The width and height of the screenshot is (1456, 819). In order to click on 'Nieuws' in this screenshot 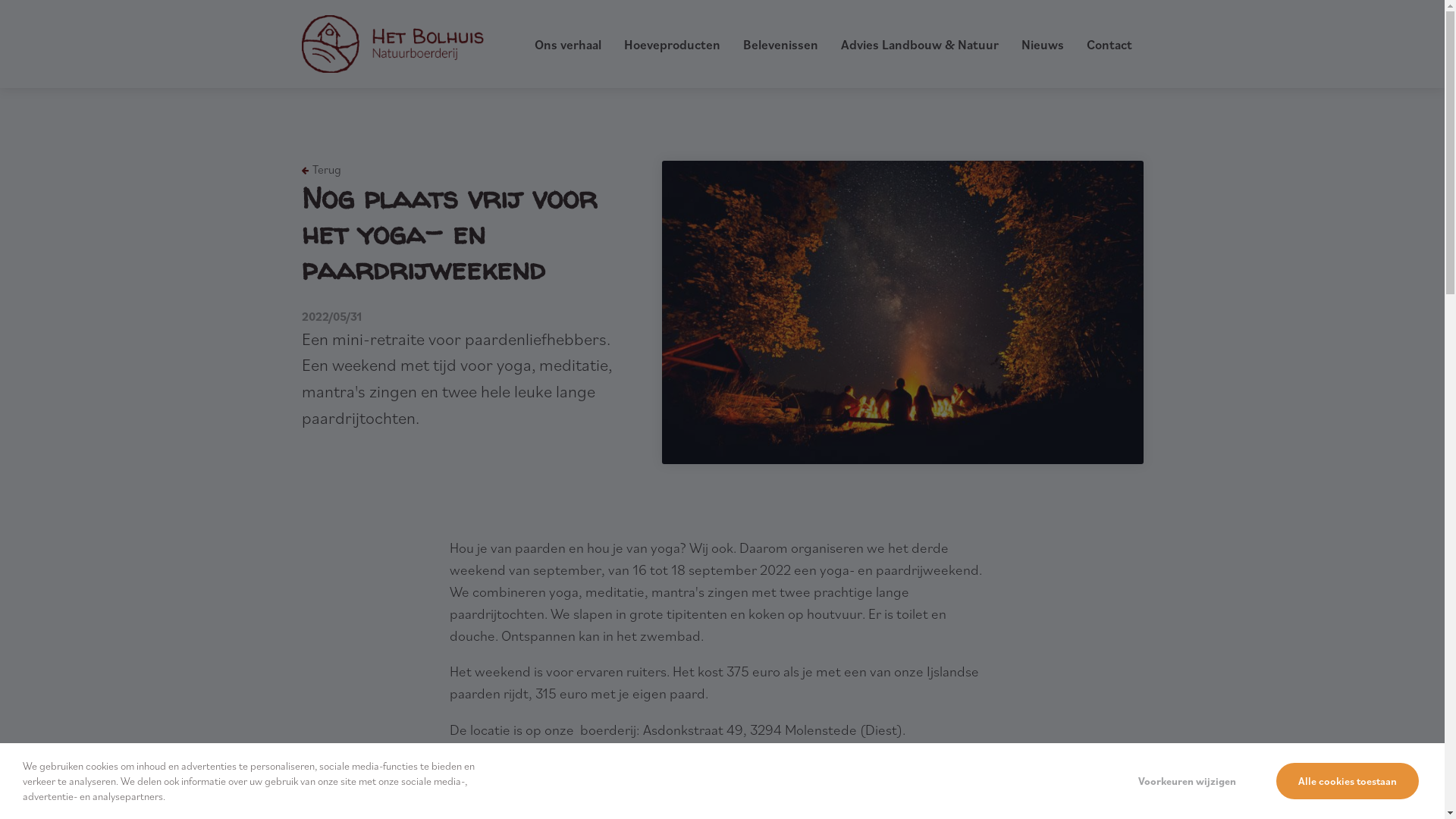, I will do `click(1040, 43)`.